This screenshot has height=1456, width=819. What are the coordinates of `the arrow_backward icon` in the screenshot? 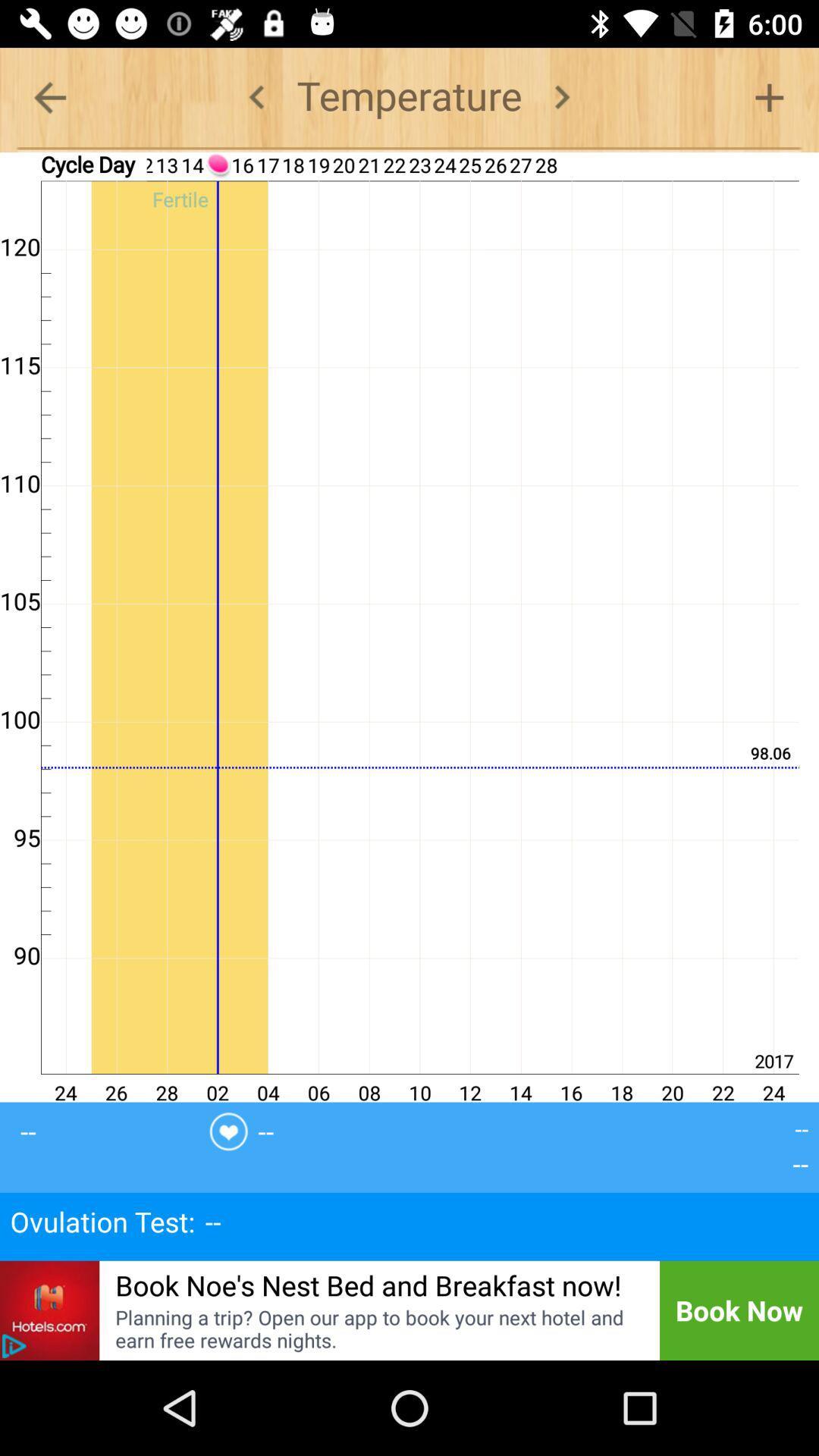 It's located at (49, 96).